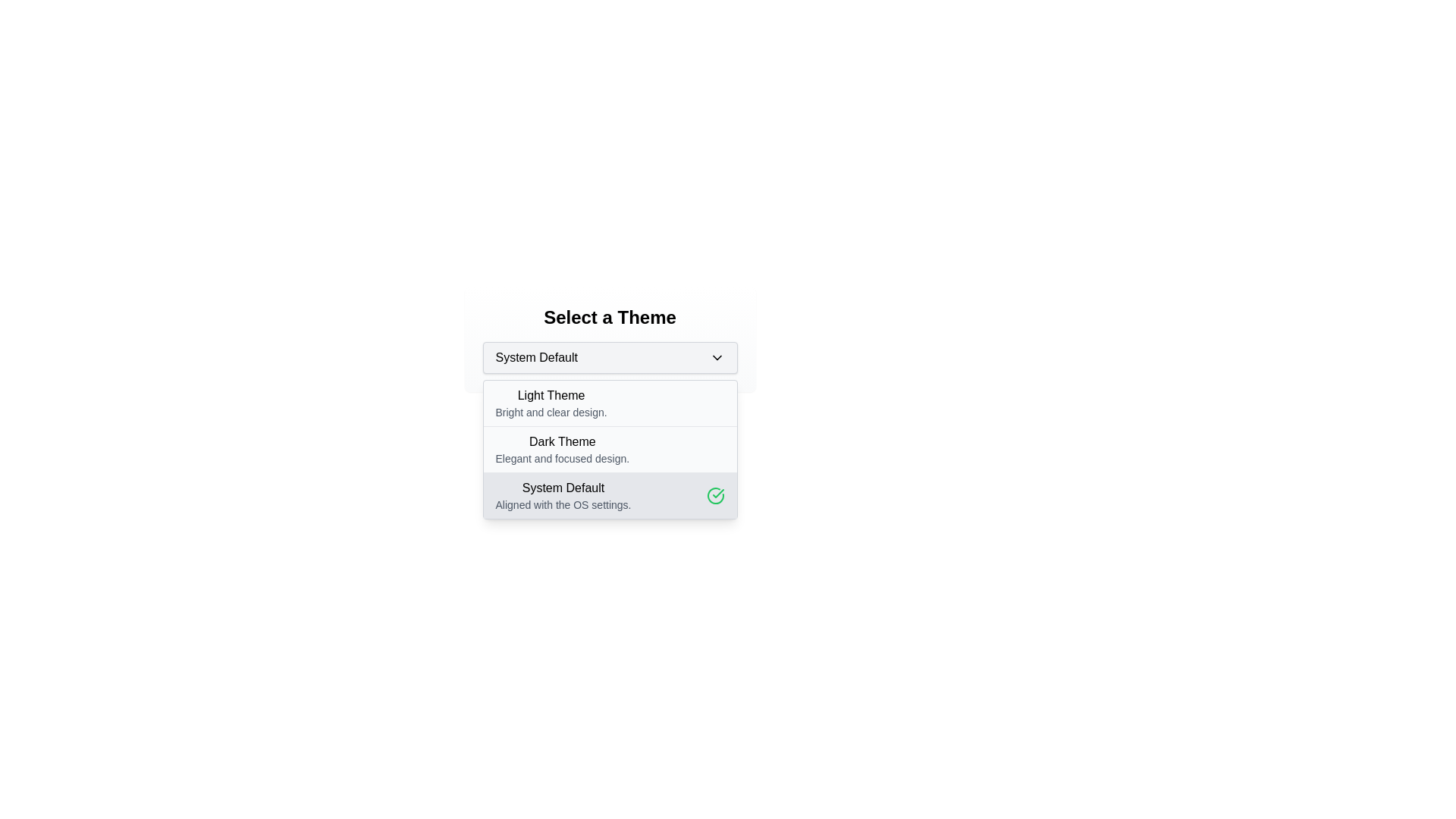 Image resolution: width=1456 pixels, height=819 pixels. Describe the element at coordinates (714, 496) in the screenshot. I see `the green stroke circular fragment of the SVG icon depicting a partial arc located beside the 'System Default' option in the theme selection dropdown` at that location.